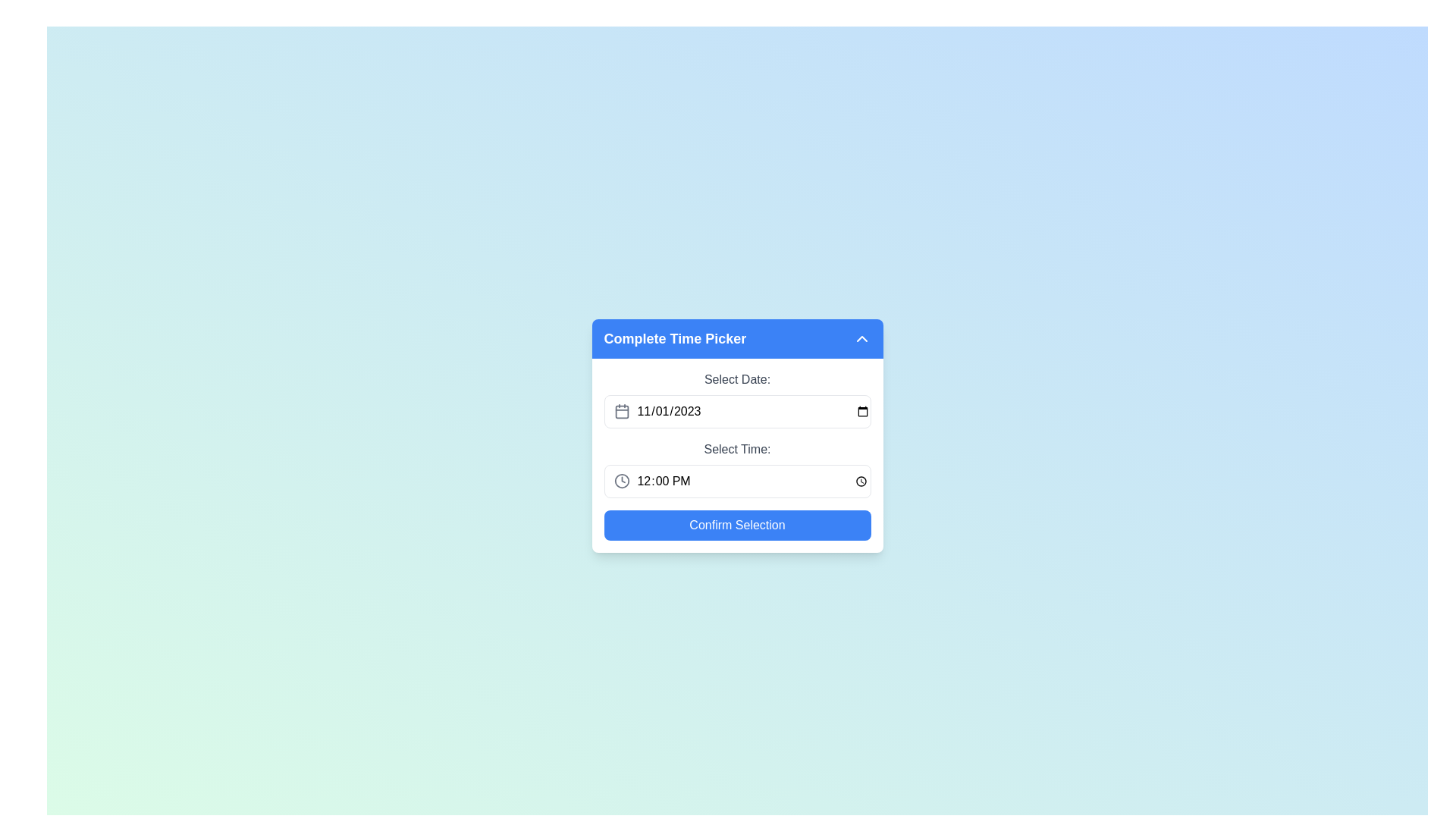 The width and height of the screenshot is (1456, 819). I want to click on the header bar displaying 'Complete Time Picker' with a blue background and white text, so click(737, 338).